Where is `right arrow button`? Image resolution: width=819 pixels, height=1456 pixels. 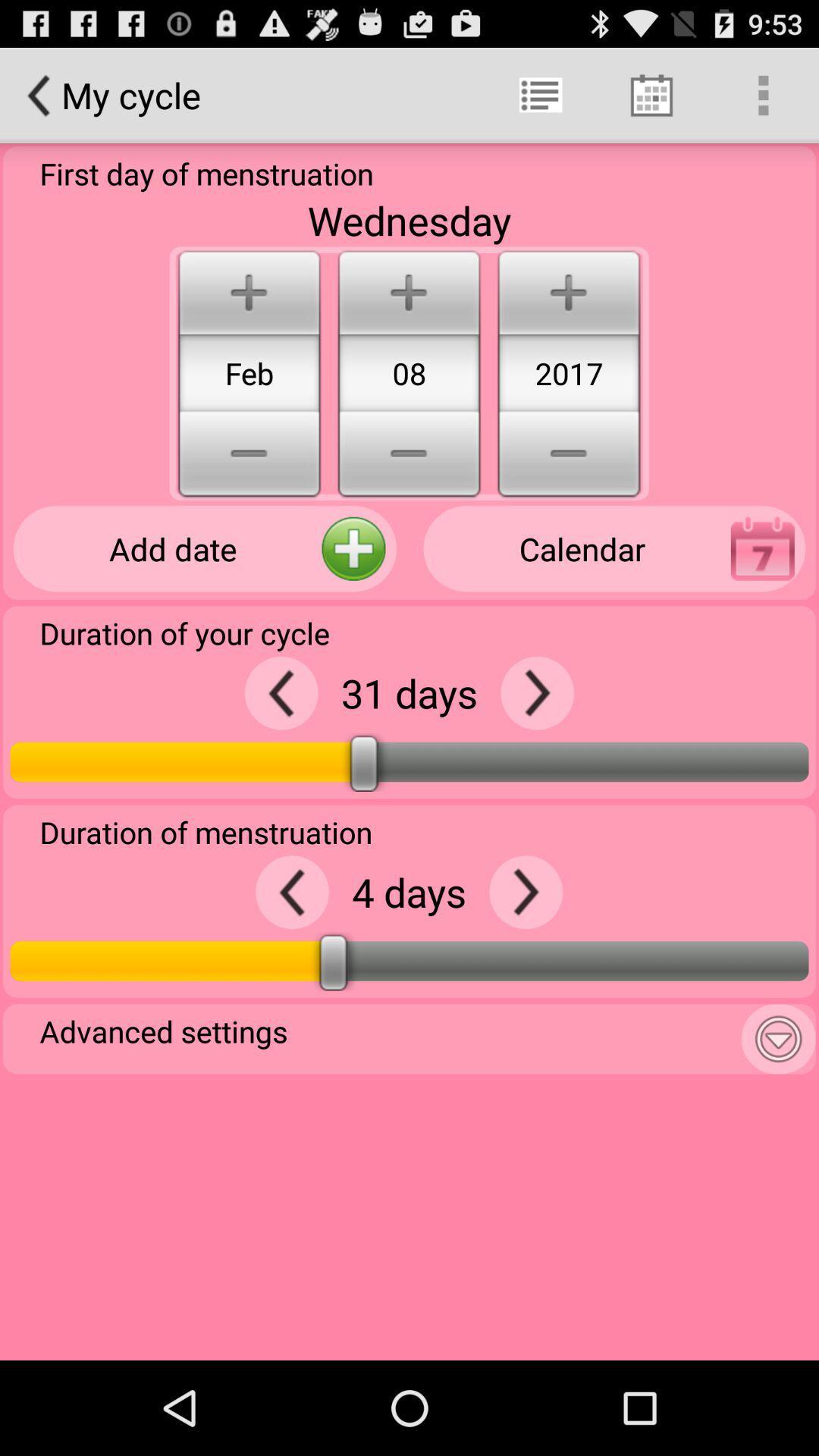
right arrow button is located at coordinates (536, 692).